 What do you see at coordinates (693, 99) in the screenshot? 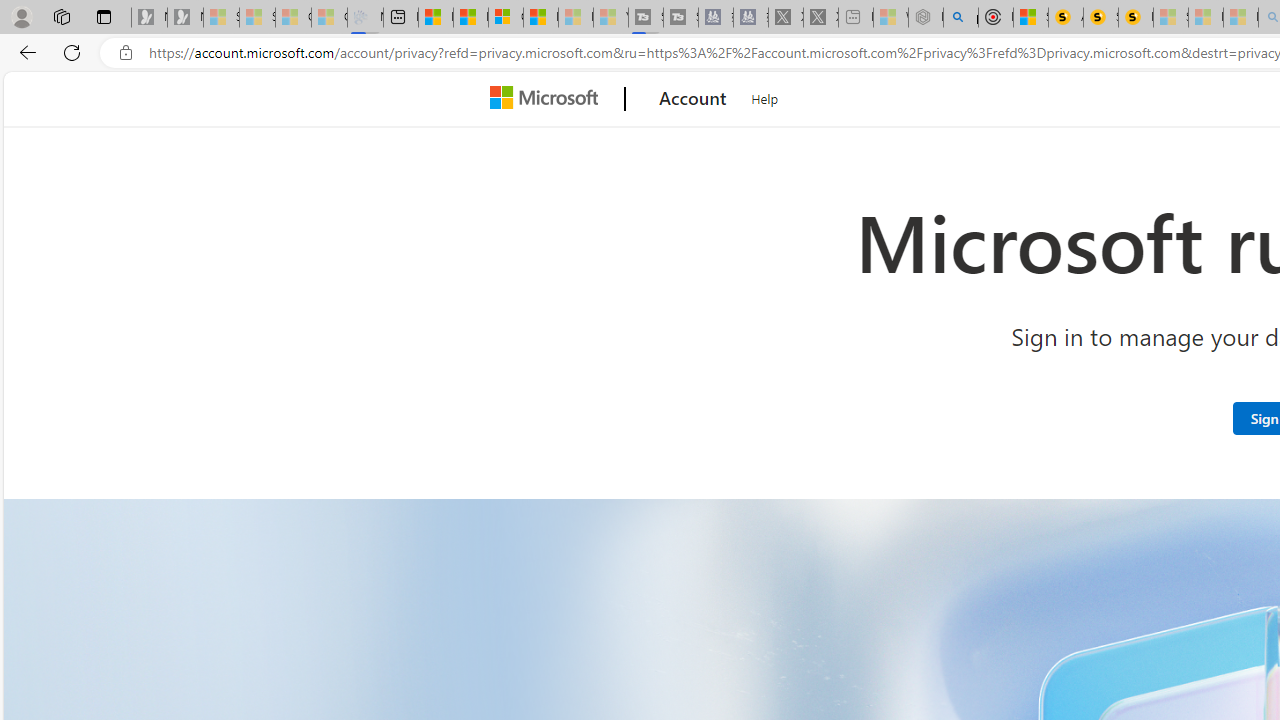
I see `'Account'` at bounding box center [693, 99].